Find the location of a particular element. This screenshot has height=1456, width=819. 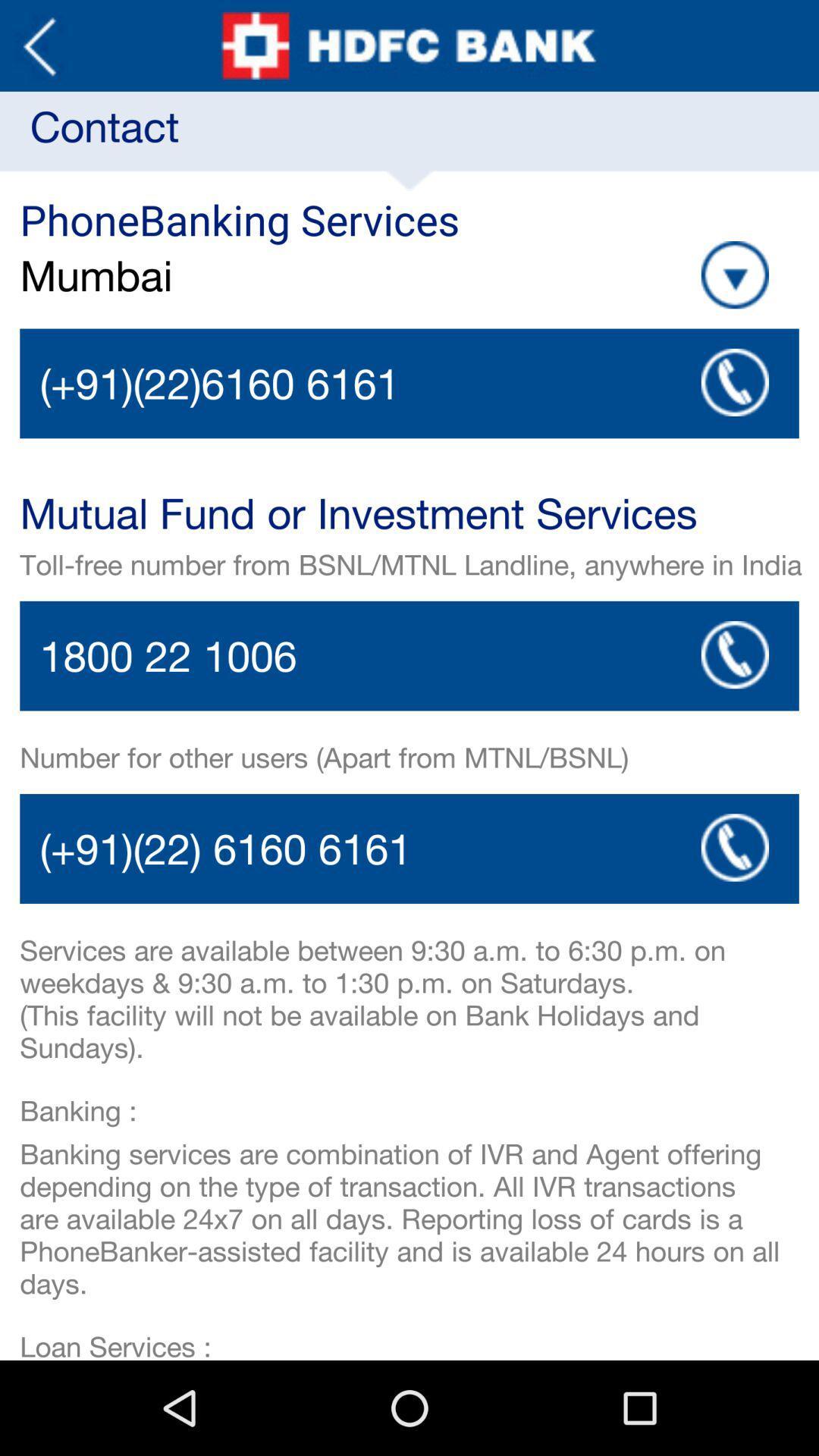

call to is located at coordinates (734, 846).